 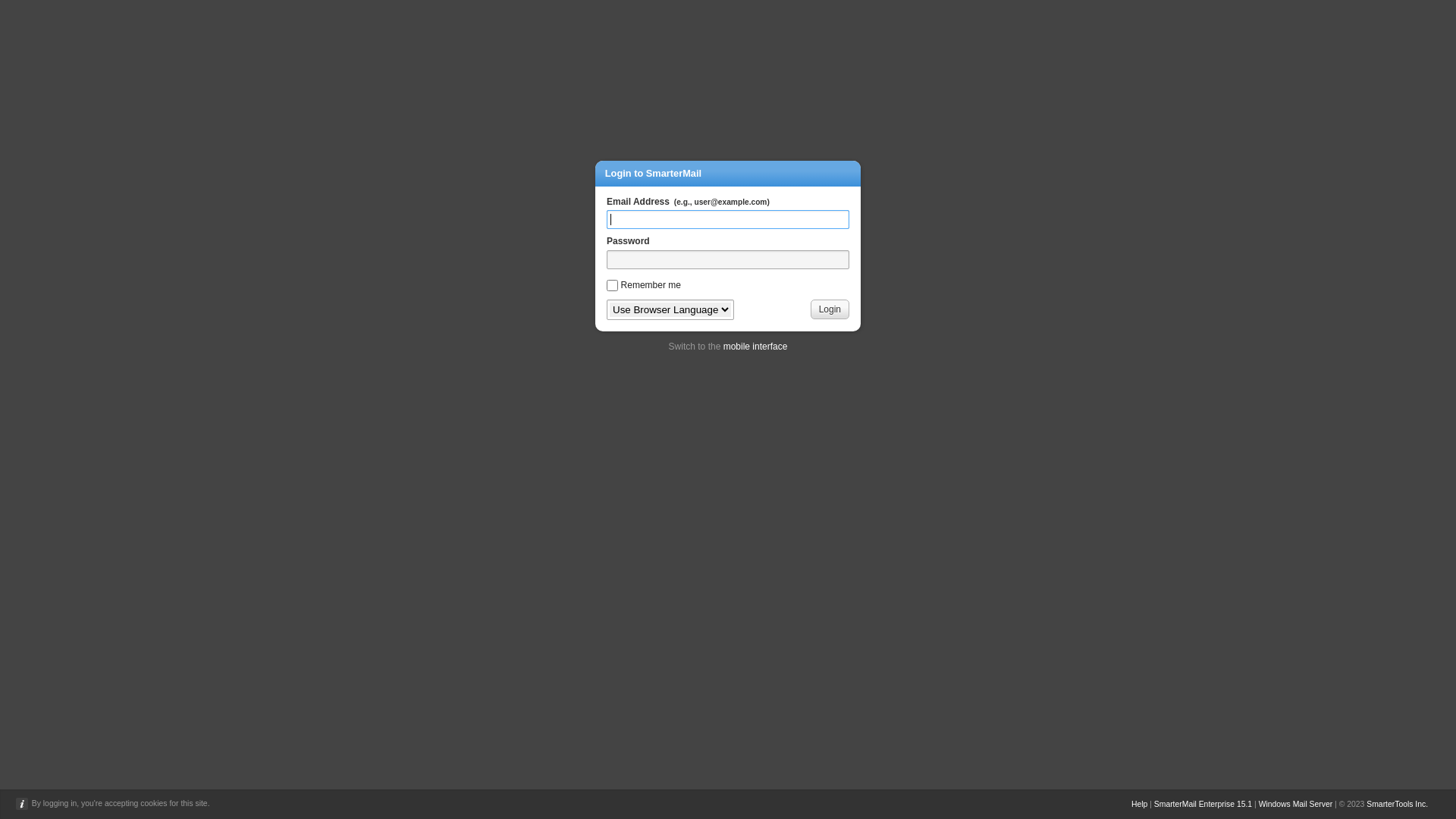 What do you see at coordinates (1294, 803) in the screenshot?
I see `'Windows Mail Server'` at bounding box center [1294, 803].